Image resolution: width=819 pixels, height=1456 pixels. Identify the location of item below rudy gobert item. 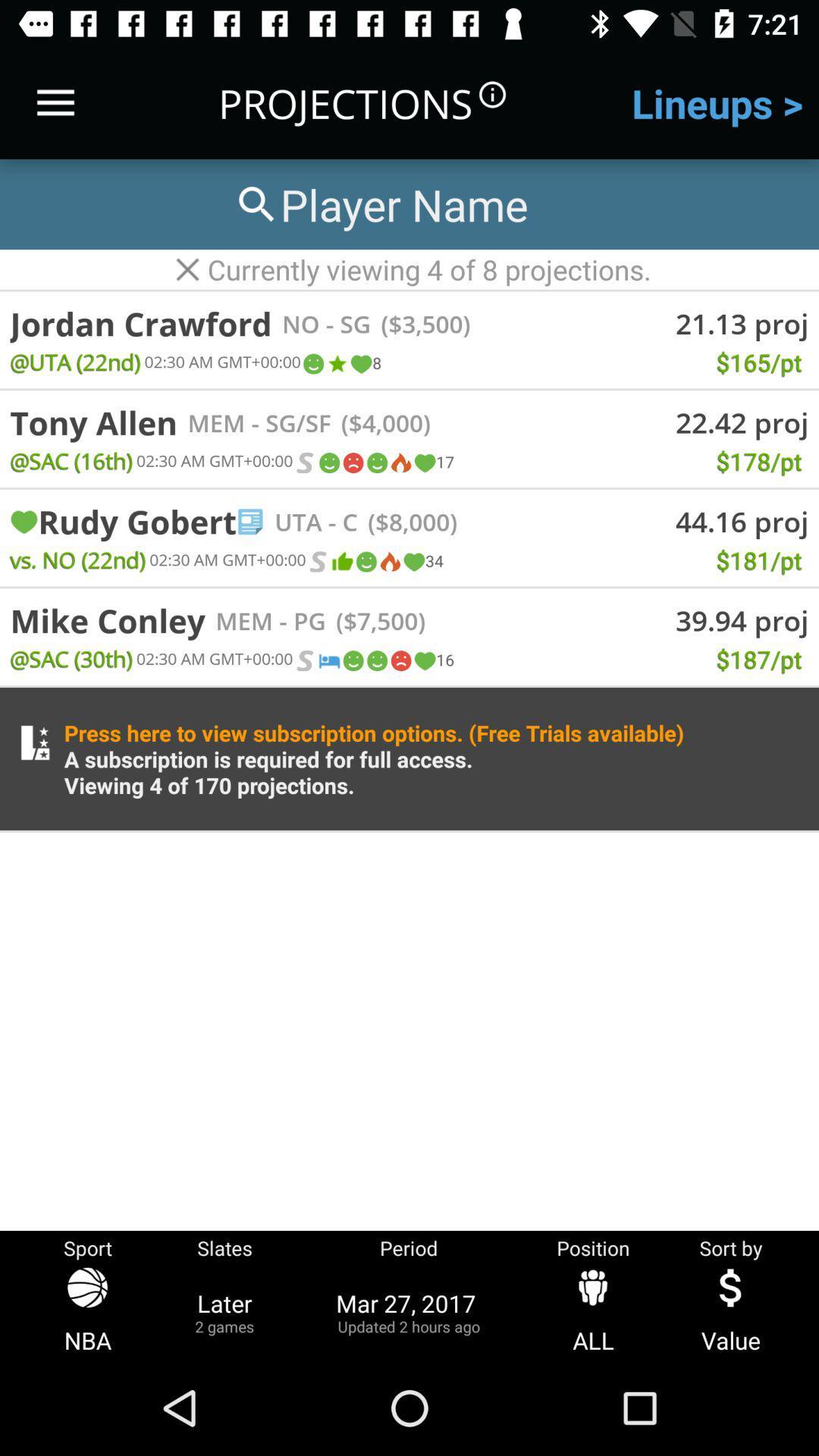
(77, 559).